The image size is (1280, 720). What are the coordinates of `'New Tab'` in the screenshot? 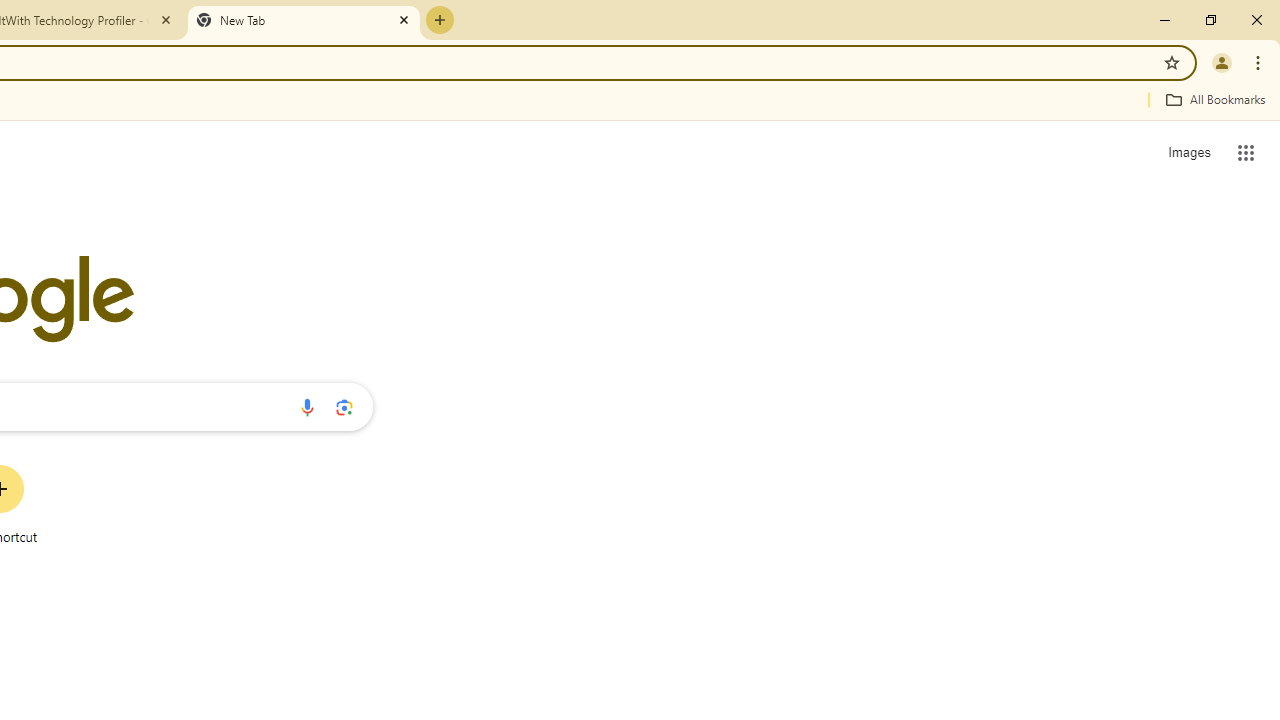 It's located at (303, 20).